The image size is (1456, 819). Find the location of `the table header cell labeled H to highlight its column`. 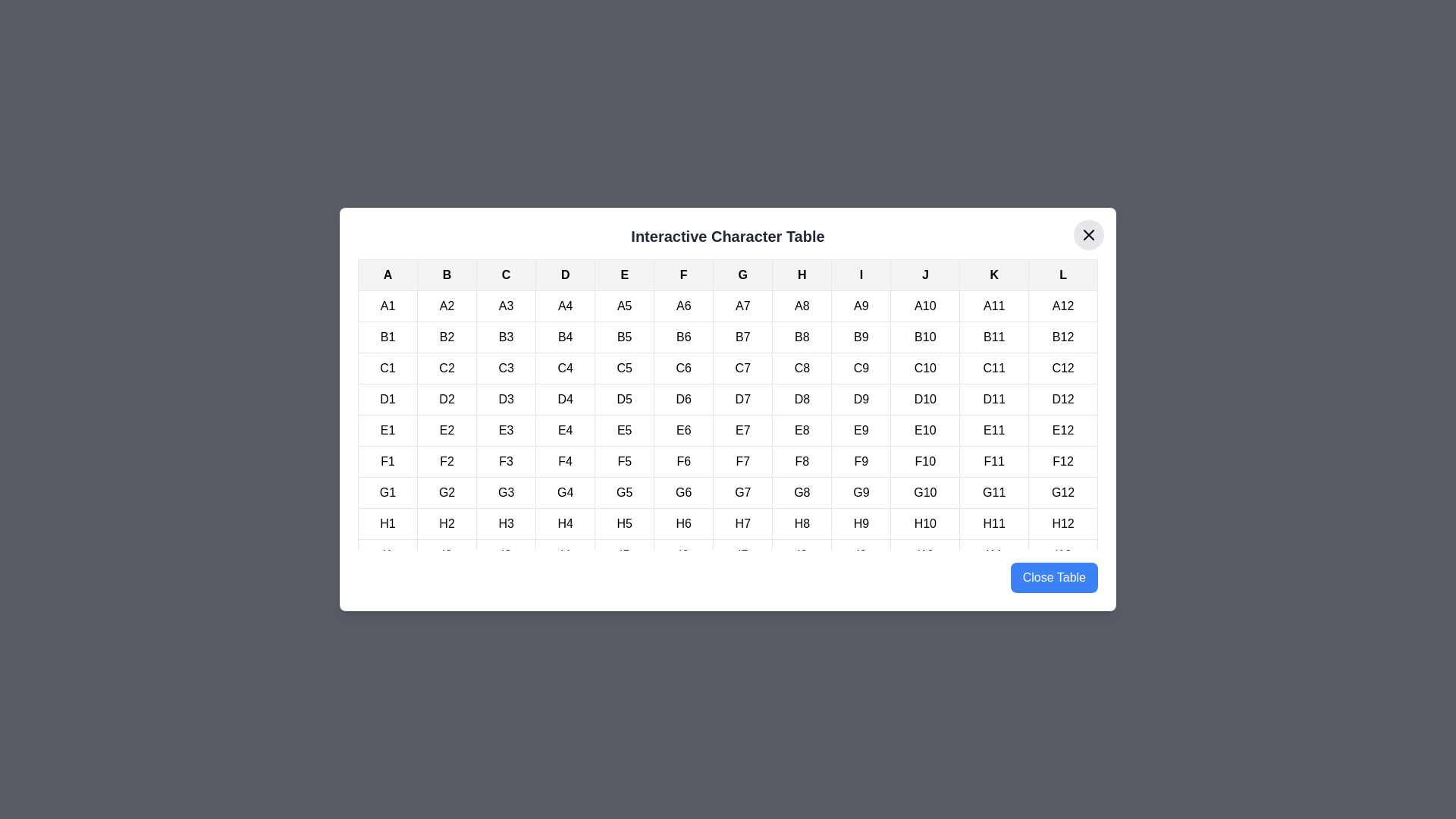

the table header cell labeled H to highlight its column is located at coordinates (801, 275).